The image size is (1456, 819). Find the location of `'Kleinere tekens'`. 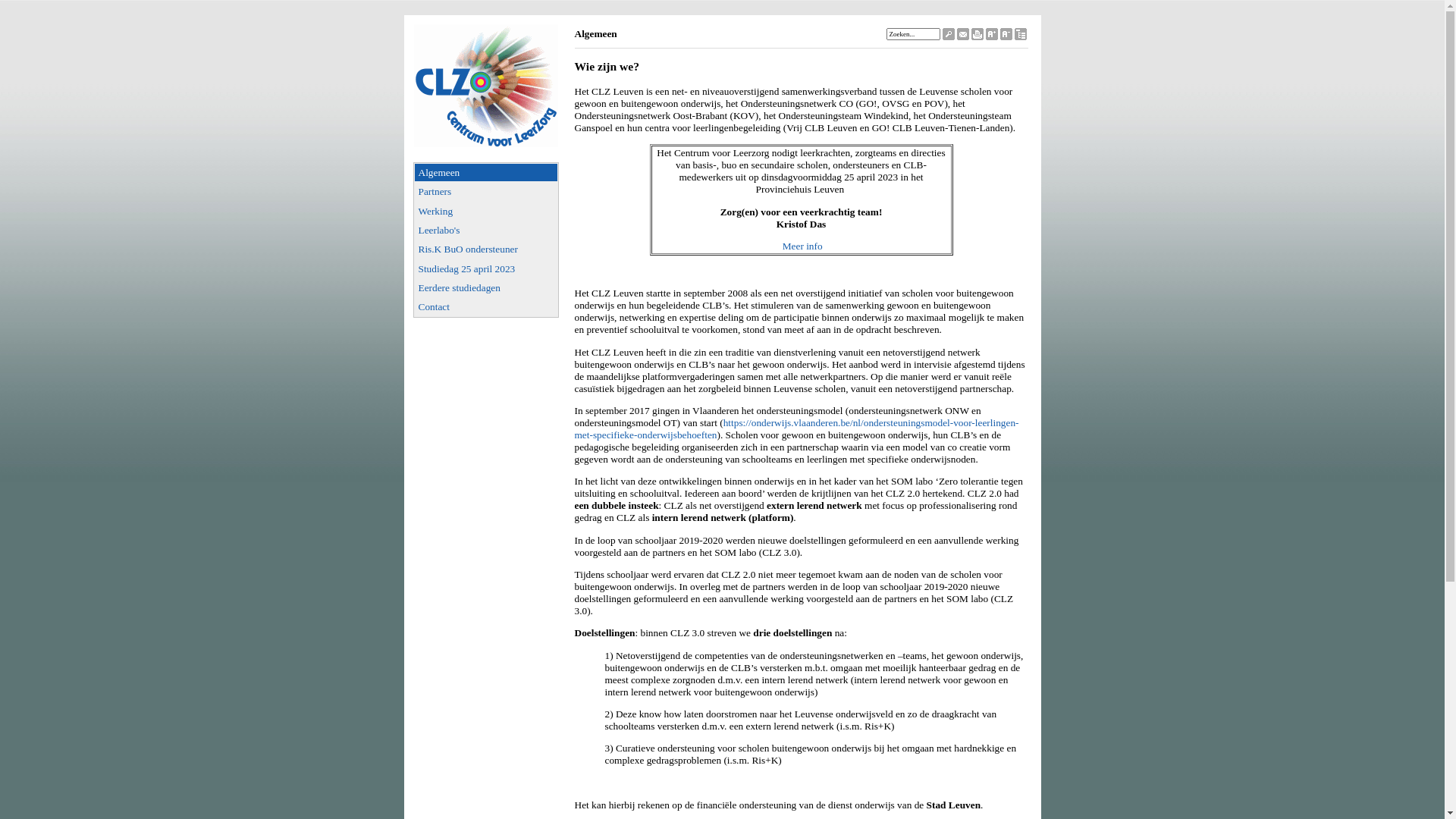

'Kleinere tekens' is located at coordinates (1005, 35).